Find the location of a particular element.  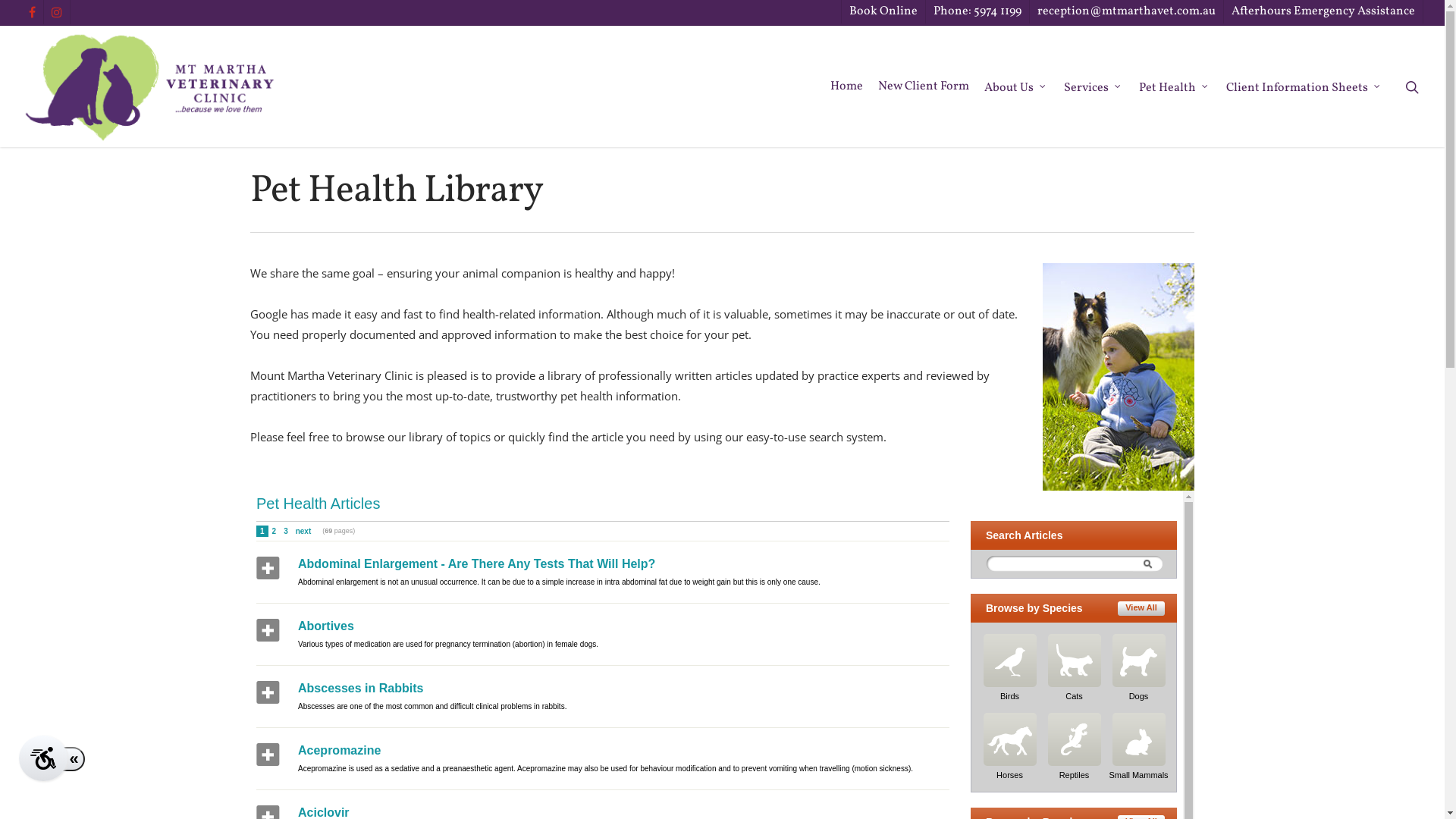

'Book Online' is located at coordinates (883, 11).